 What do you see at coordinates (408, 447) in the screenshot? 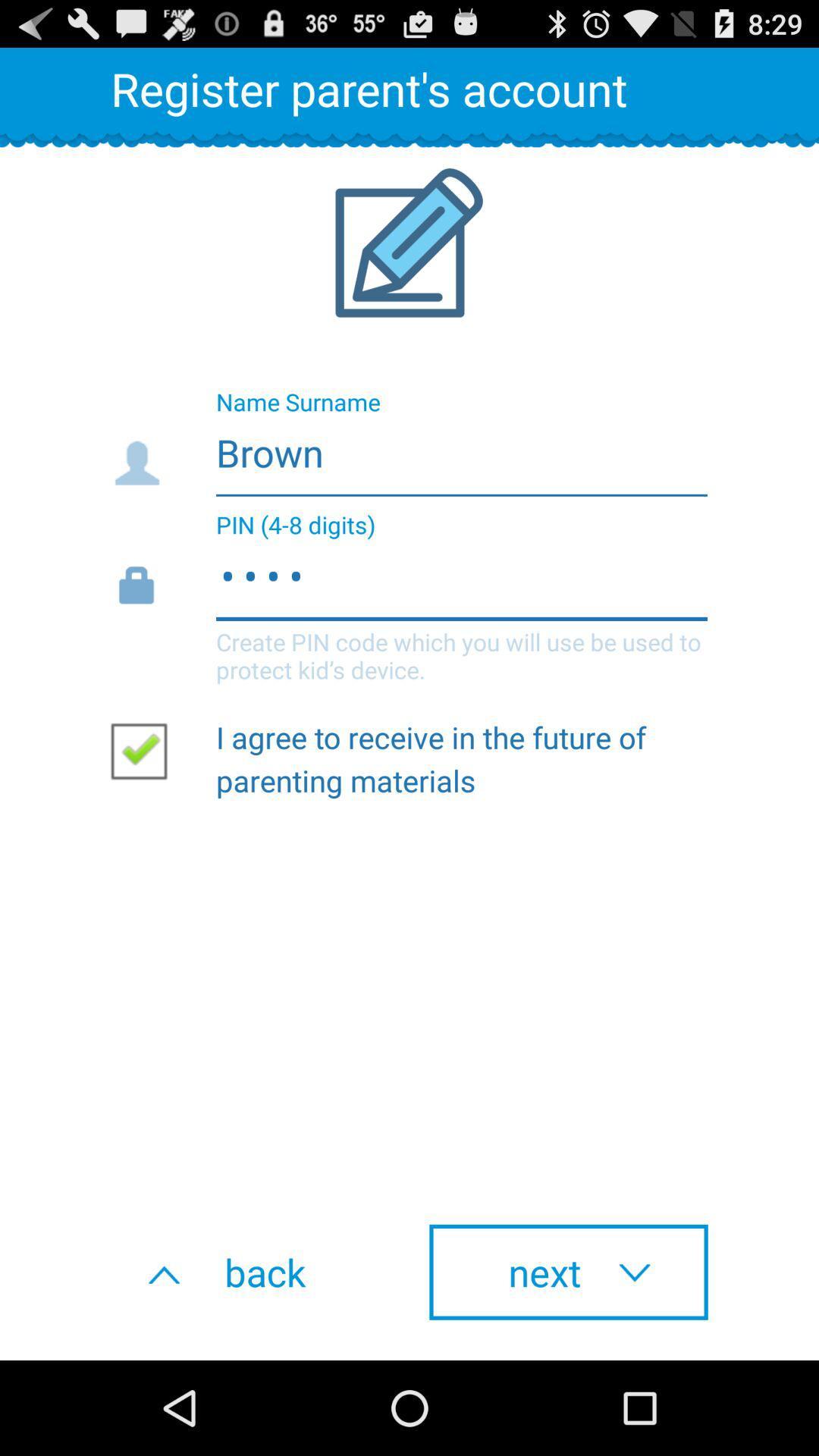
I see `the brown icon` at bounding box center [408, 447].